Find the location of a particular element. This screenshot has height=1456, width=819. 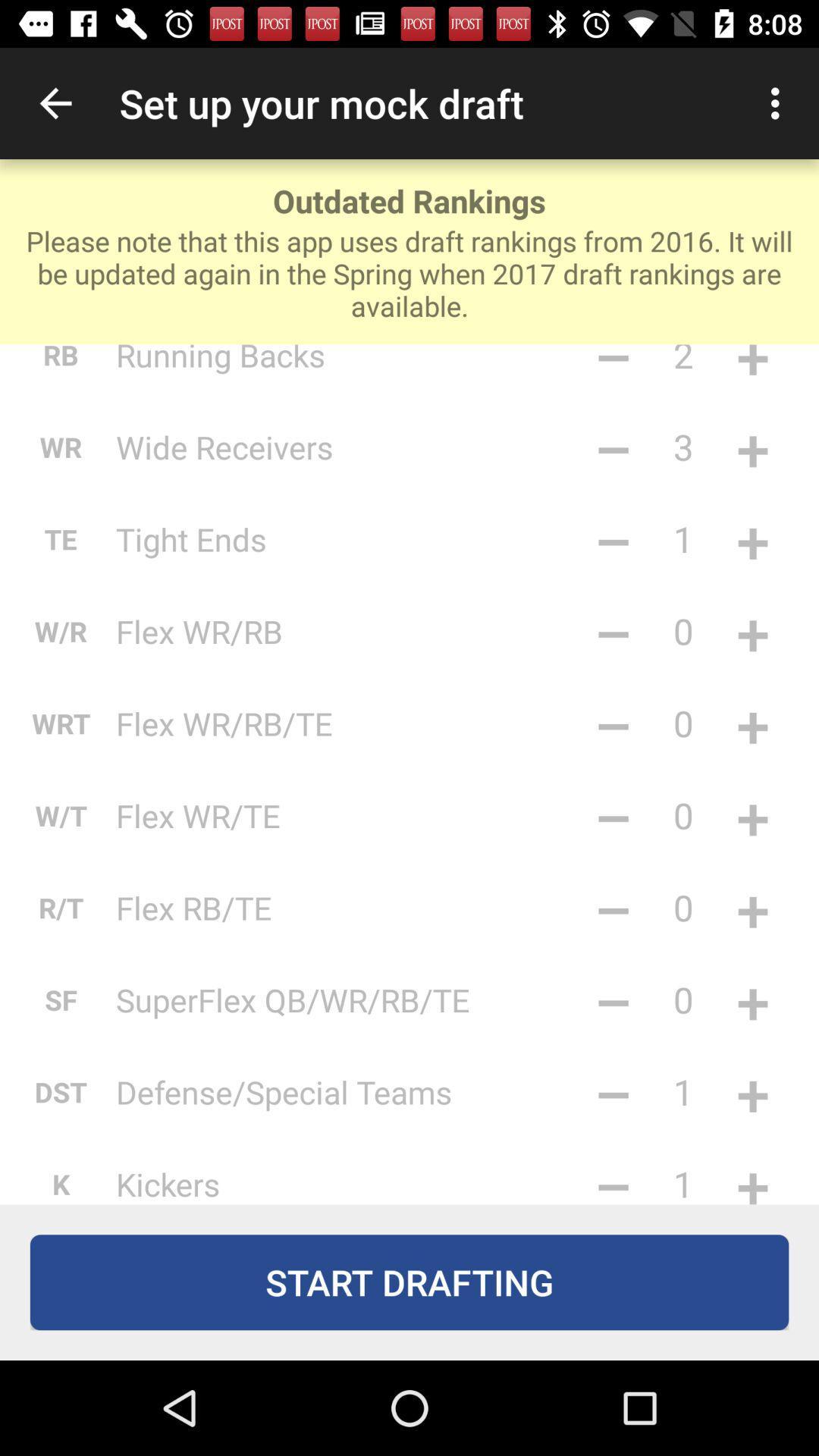

icon next to set up your item is located at coordinates (779, 102).